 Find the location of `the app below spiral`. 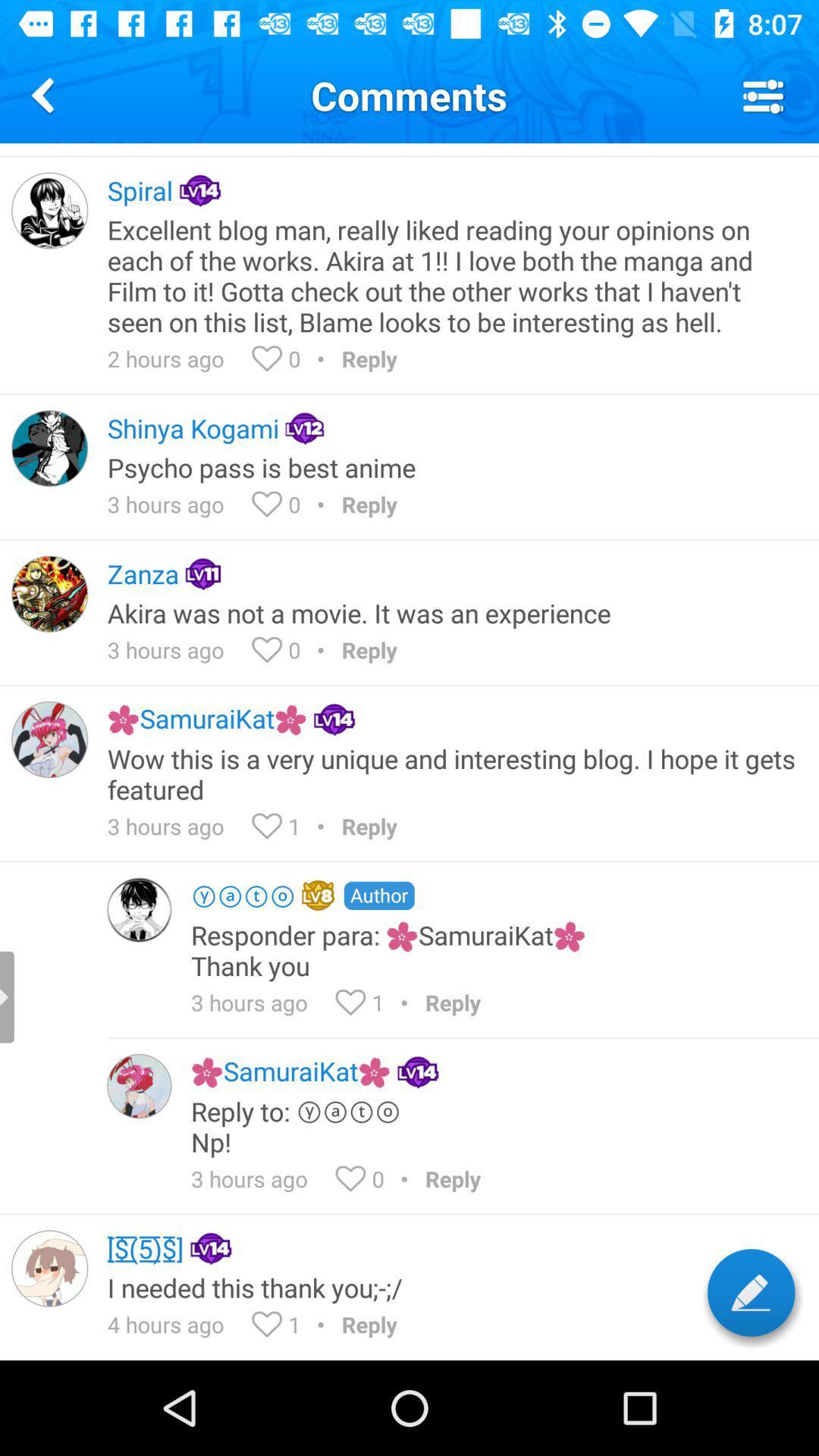

the app below spiral is located at coordinates (452, 275).